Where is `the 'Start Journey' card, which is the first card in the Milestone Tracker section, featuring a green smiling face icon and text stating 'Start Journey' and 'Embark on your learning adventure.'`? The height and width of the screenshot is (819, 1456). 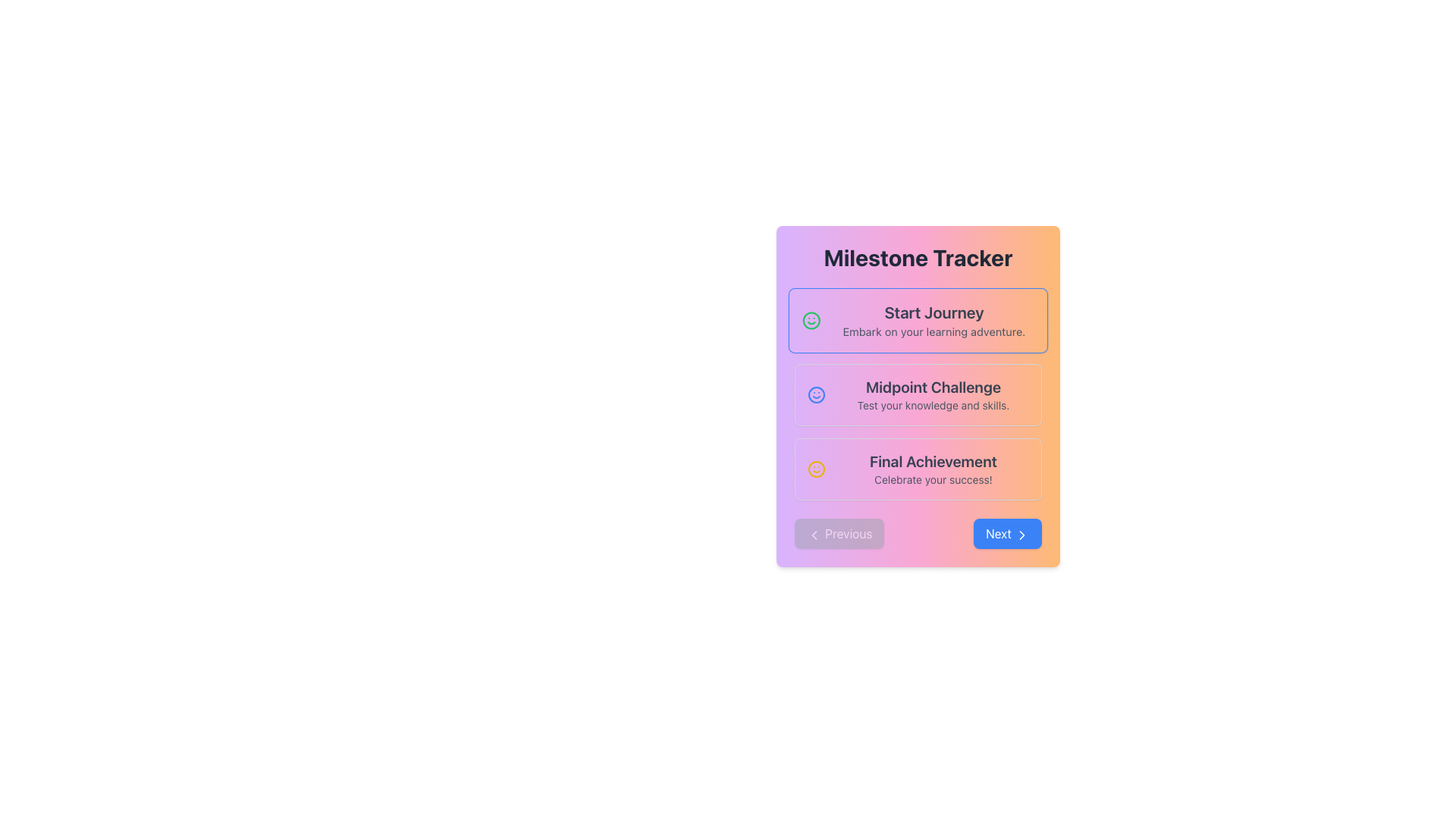
the 'Start Journey' card, which is the first card in the Milestone Tracker section, featuring a green smiling face icon and text stating 'Start Journey' and 'Embark on your learning adventure.' is located at coordinates (917, 320).